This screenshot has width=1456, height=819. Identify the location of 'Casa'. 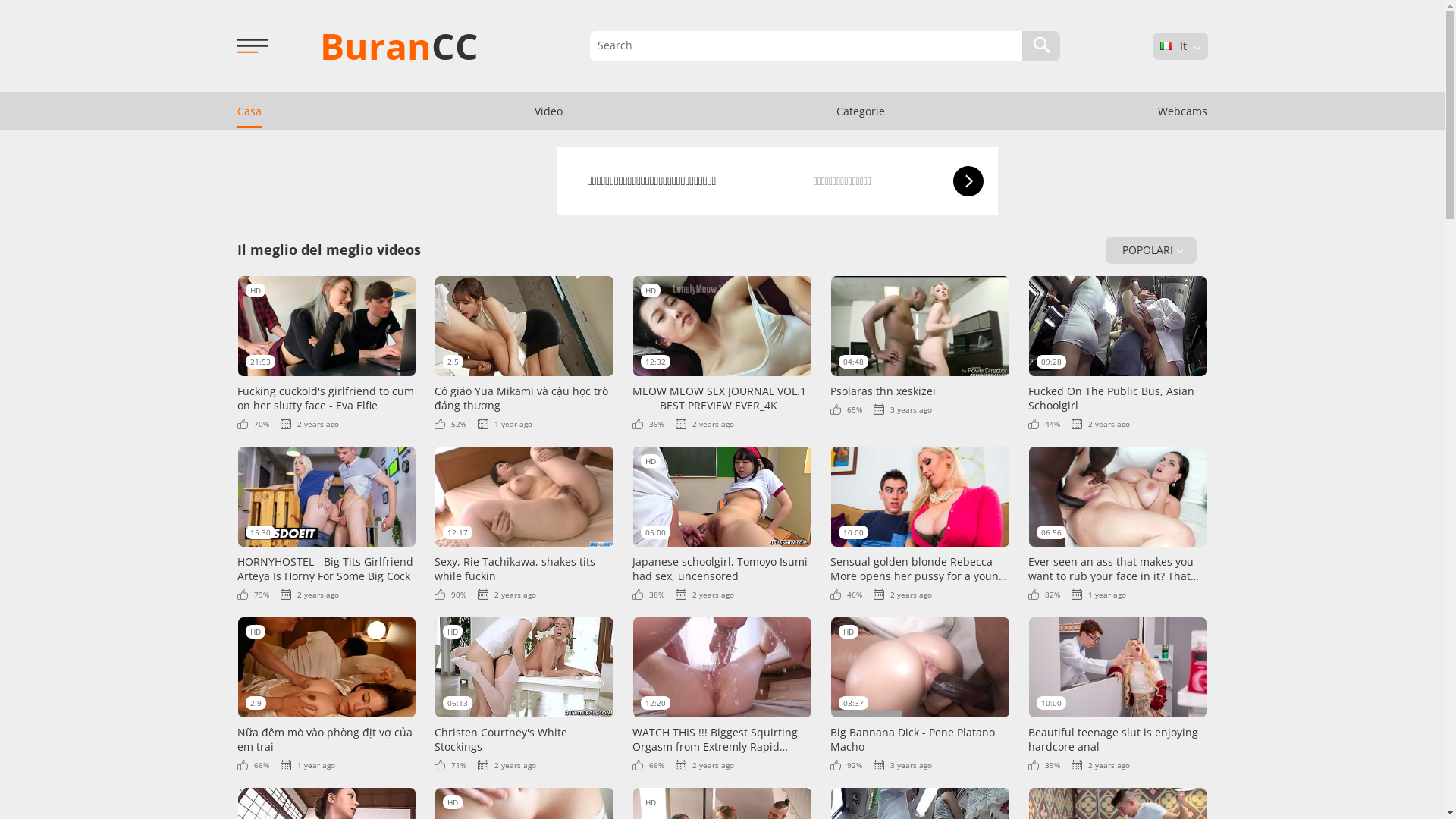
(248, 110).